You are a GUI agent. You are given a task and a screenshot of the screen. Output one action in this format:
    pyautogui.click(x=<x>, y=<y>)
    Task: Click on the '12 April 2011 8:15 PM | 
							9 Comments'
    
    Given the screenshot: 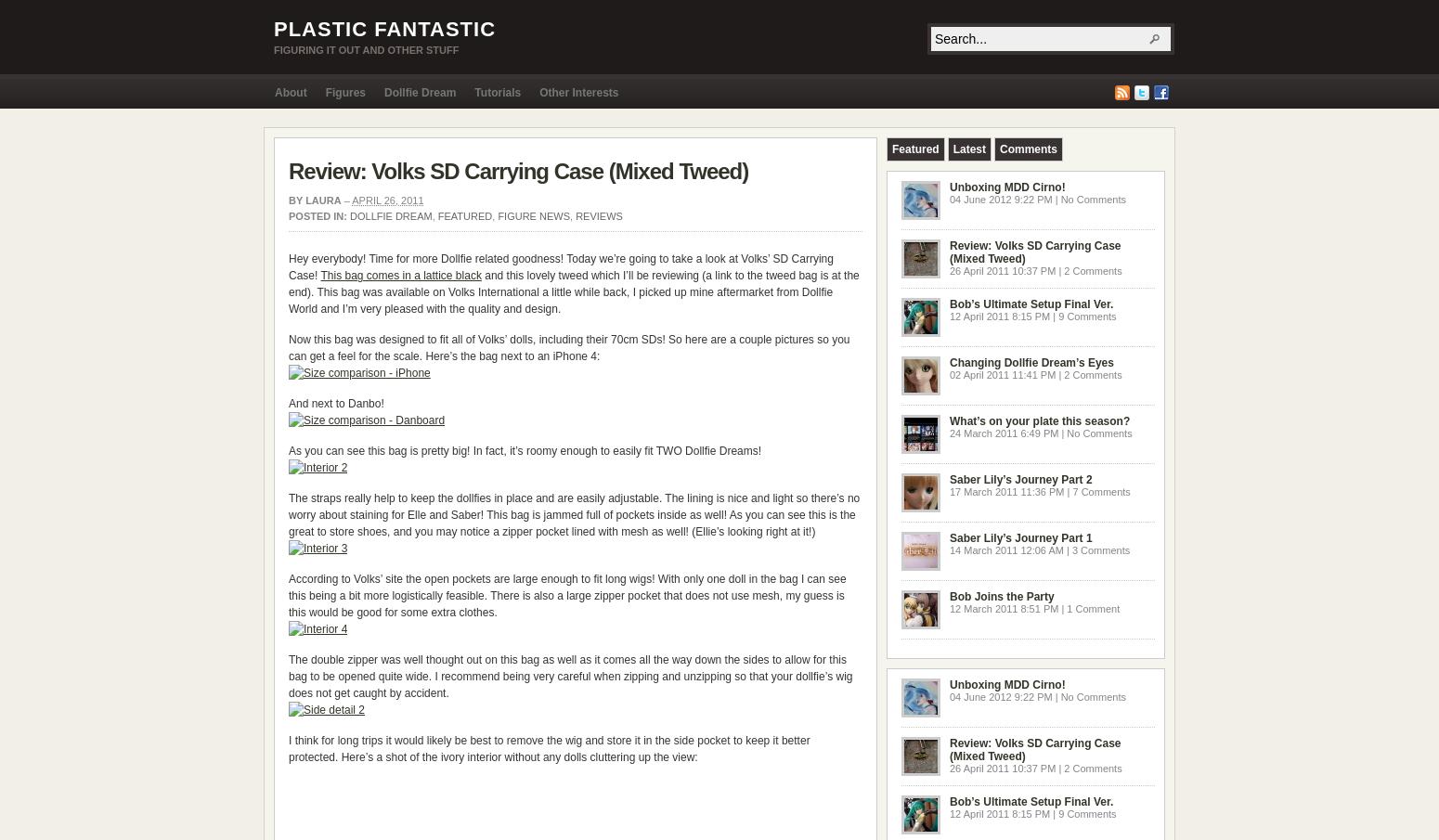 What is the action you would take?
    pyautogui.click(x=950, y=316)
    